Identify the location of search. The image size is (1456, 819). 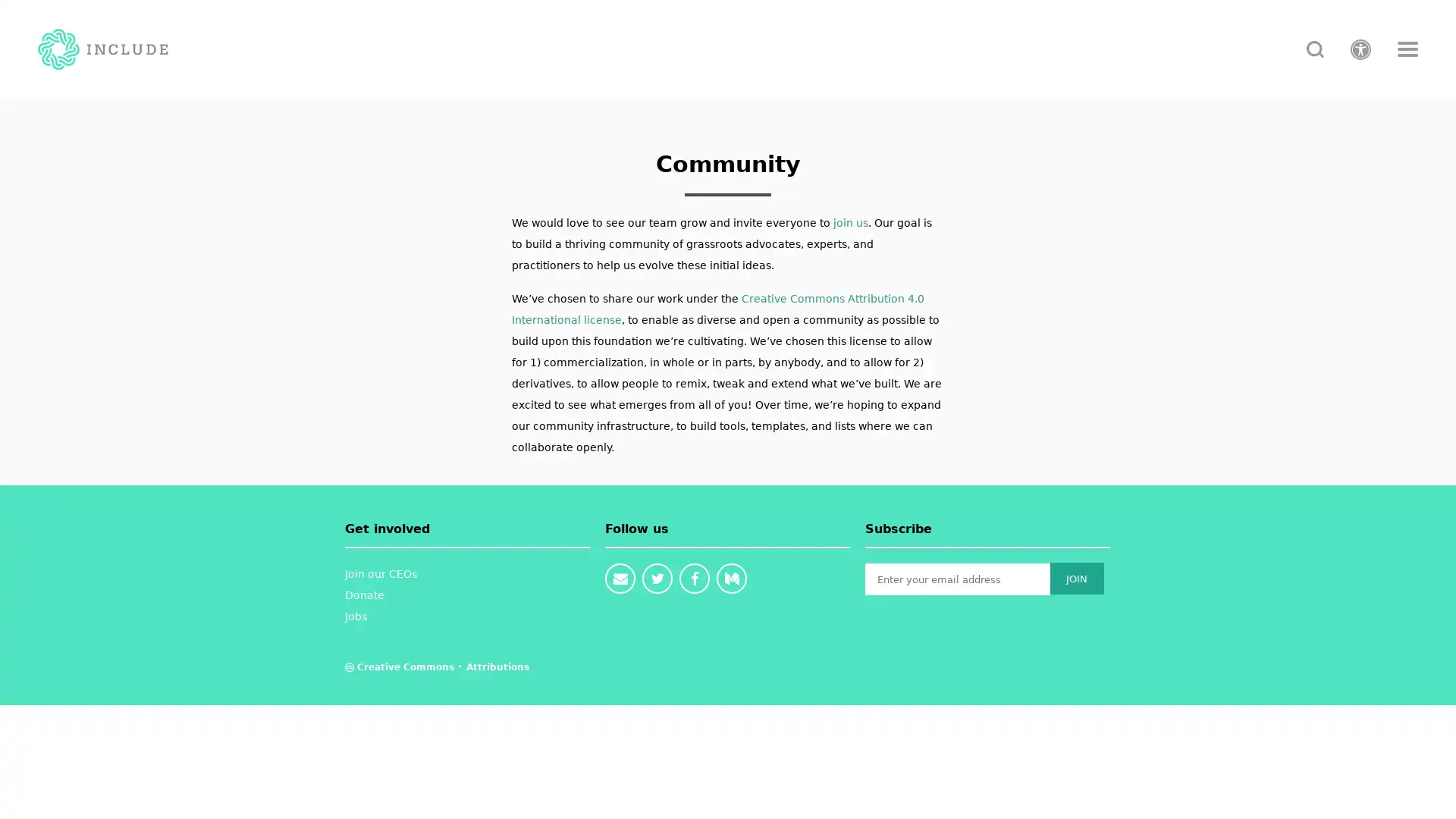
(1314, 49).